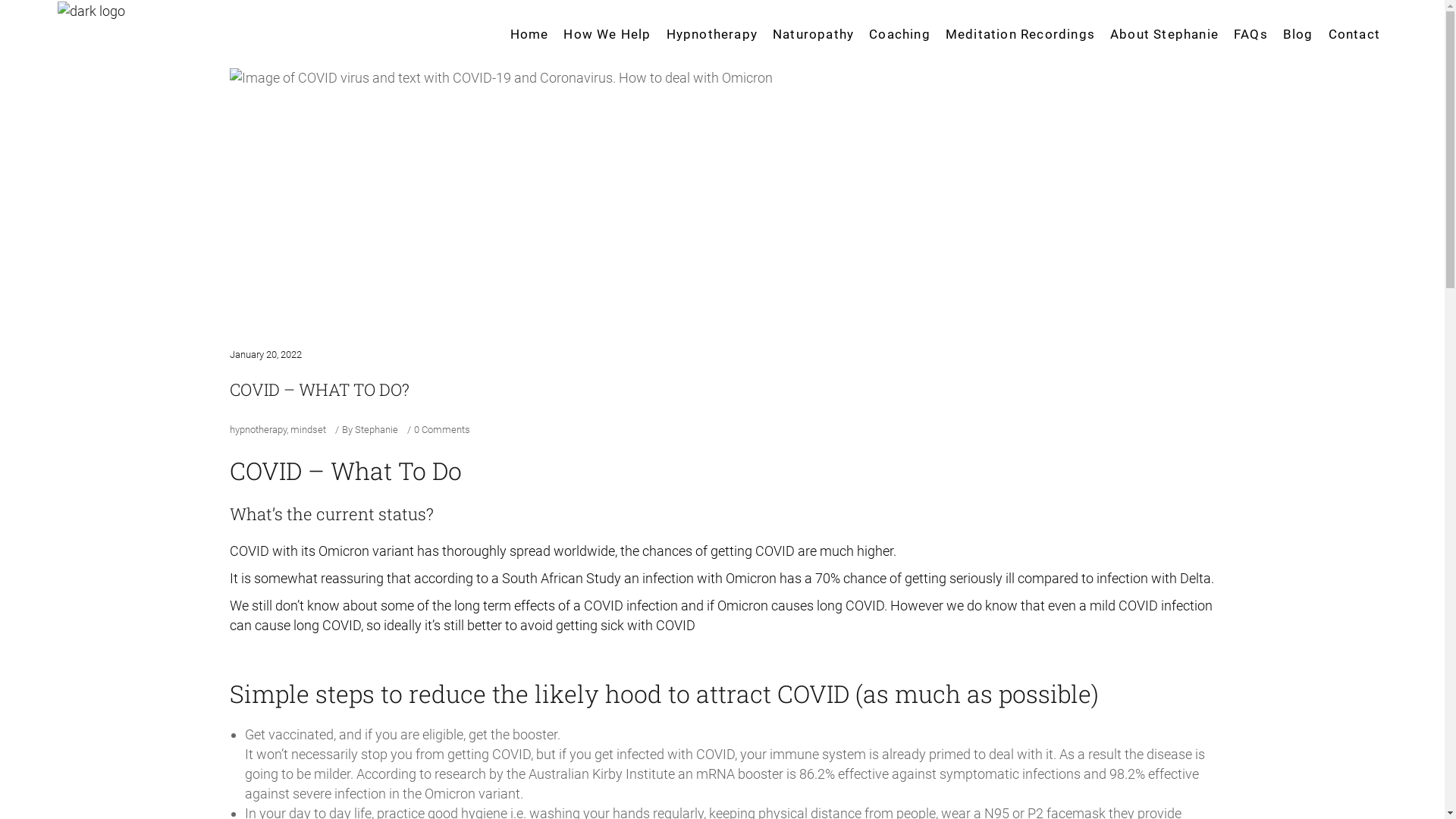 The height and width of the screenshot is (819, 1456). Describe the element at coordinates (1298, 34) in the screenshot. I see `'Blog'` at that location.